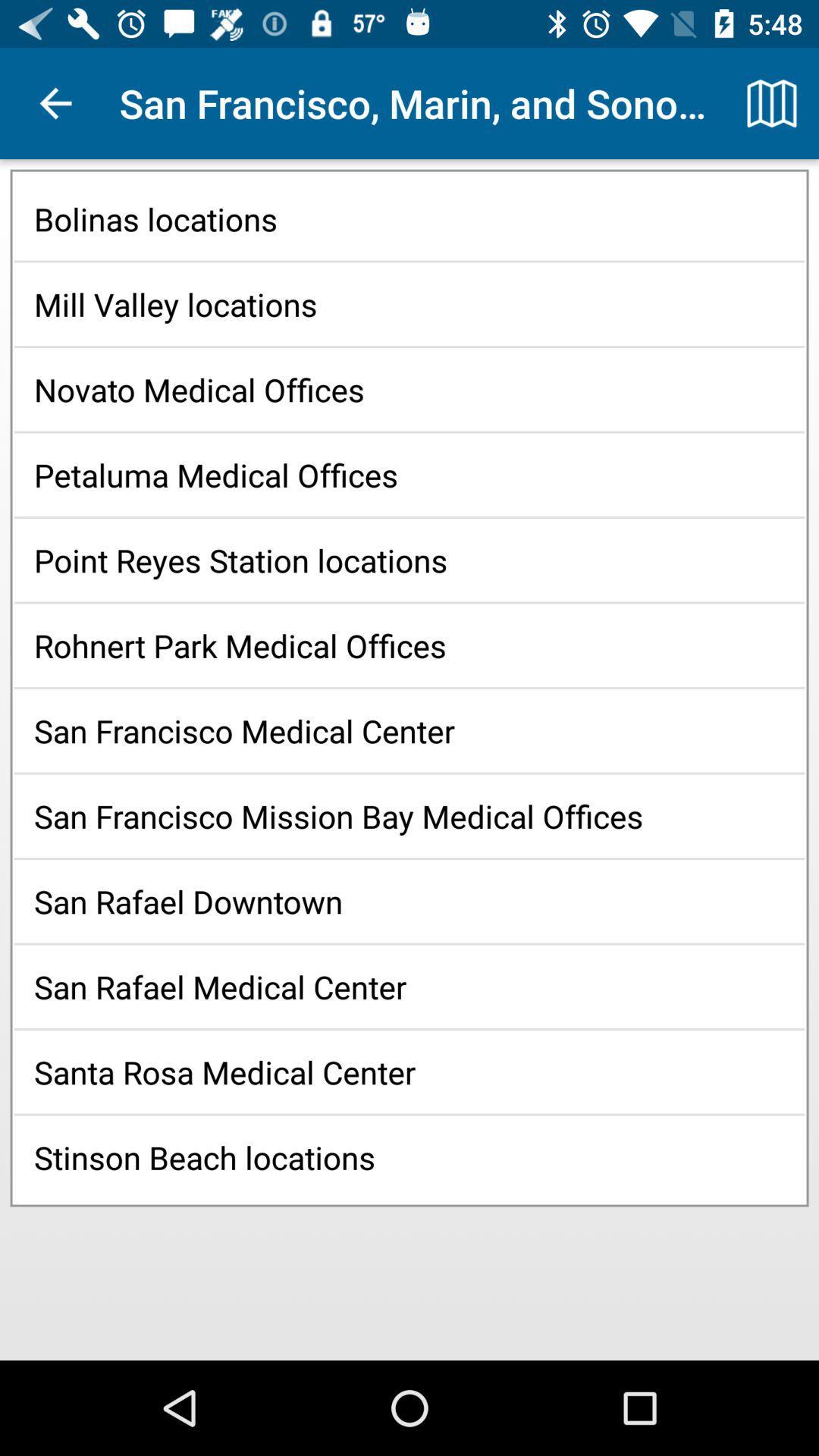  What do you see at coordinates (771, 102) in the screenshot?
I see `icon above bolinas locations icon` at bounding box center [771, 102].